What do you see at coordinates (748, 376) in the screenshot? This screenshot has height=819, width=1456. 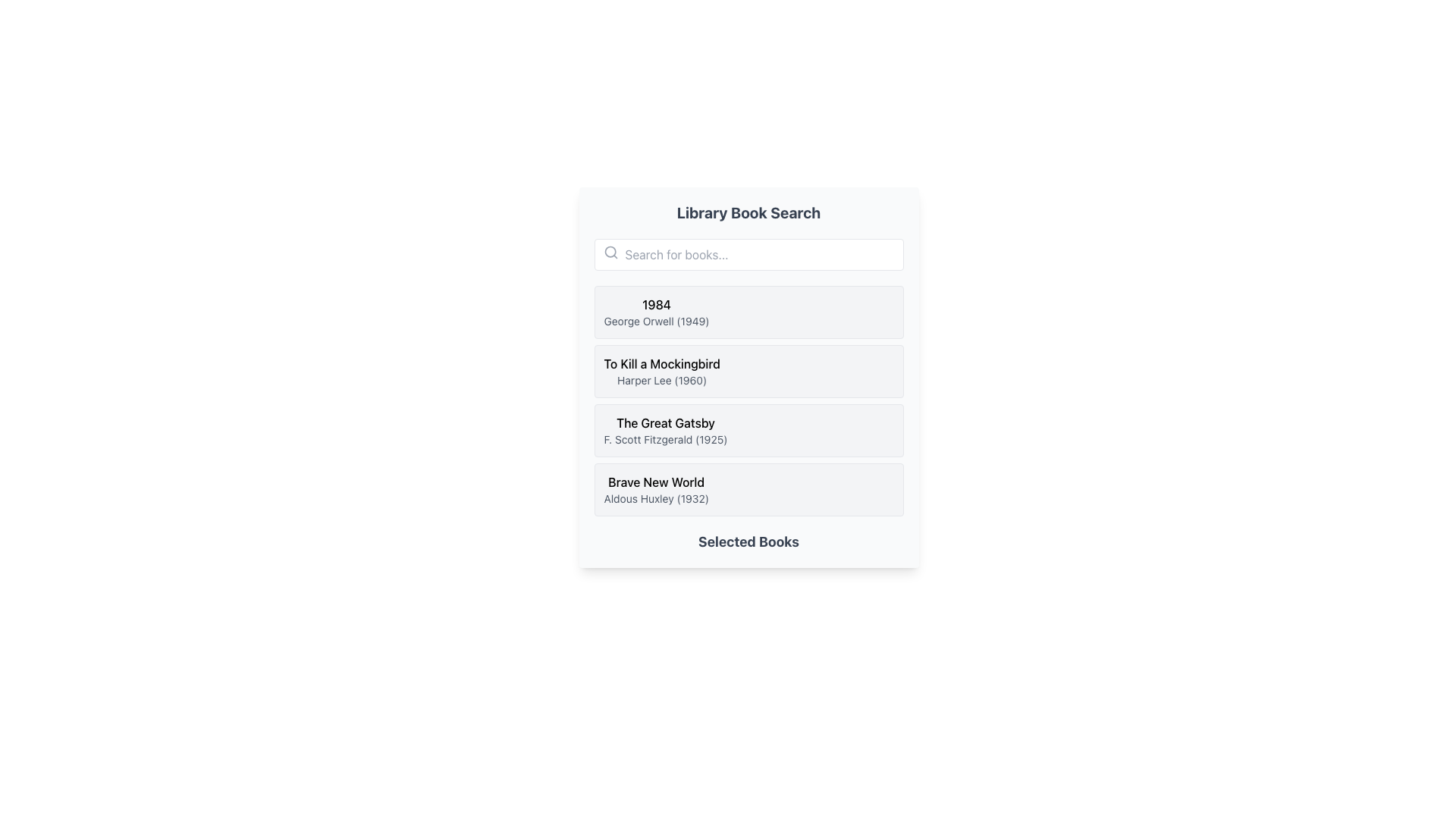 I see `the selectable book card, which is the second option in the Library Book Search panel, to focus on it` at bounding box center [748, 376].